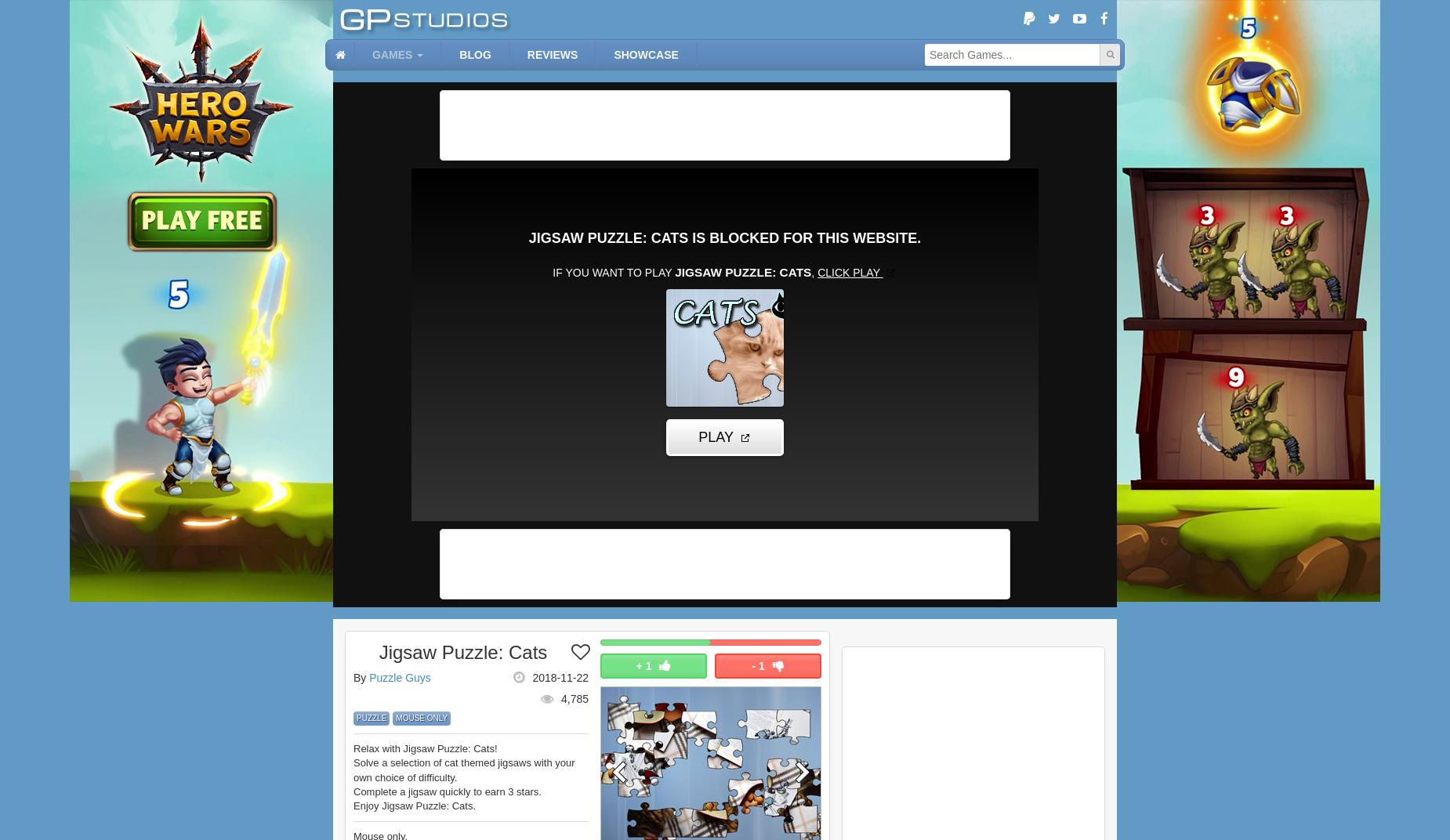 The width and height of the screenshot is (1450, 840). Describe the element at coordinates (462, 651) in the screenshot. I see `'Jigsaw Puzzle: Cats'` at that location.